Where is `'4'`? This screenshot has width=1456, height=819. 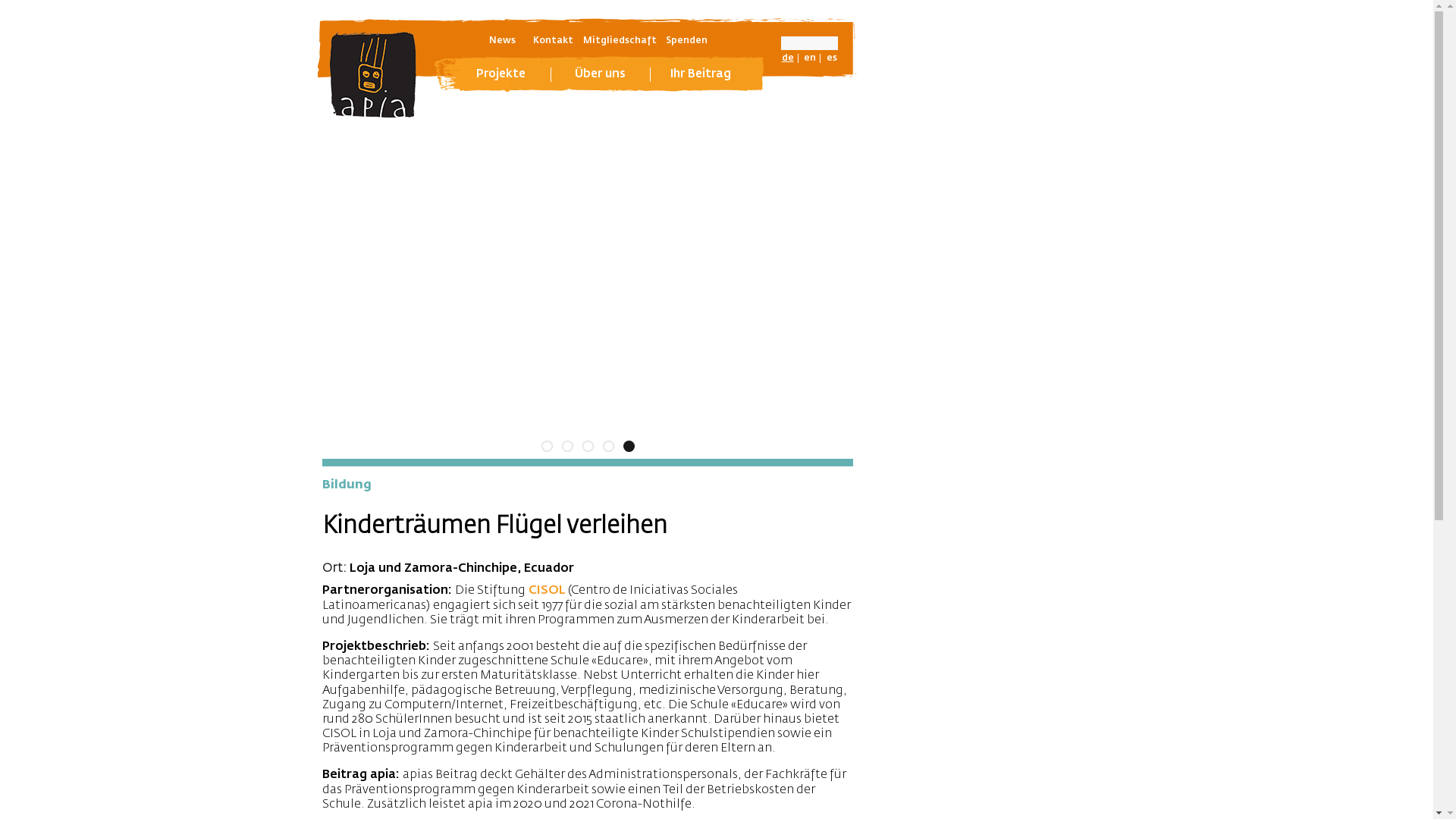
'4' is located at coordinates (601, 445).